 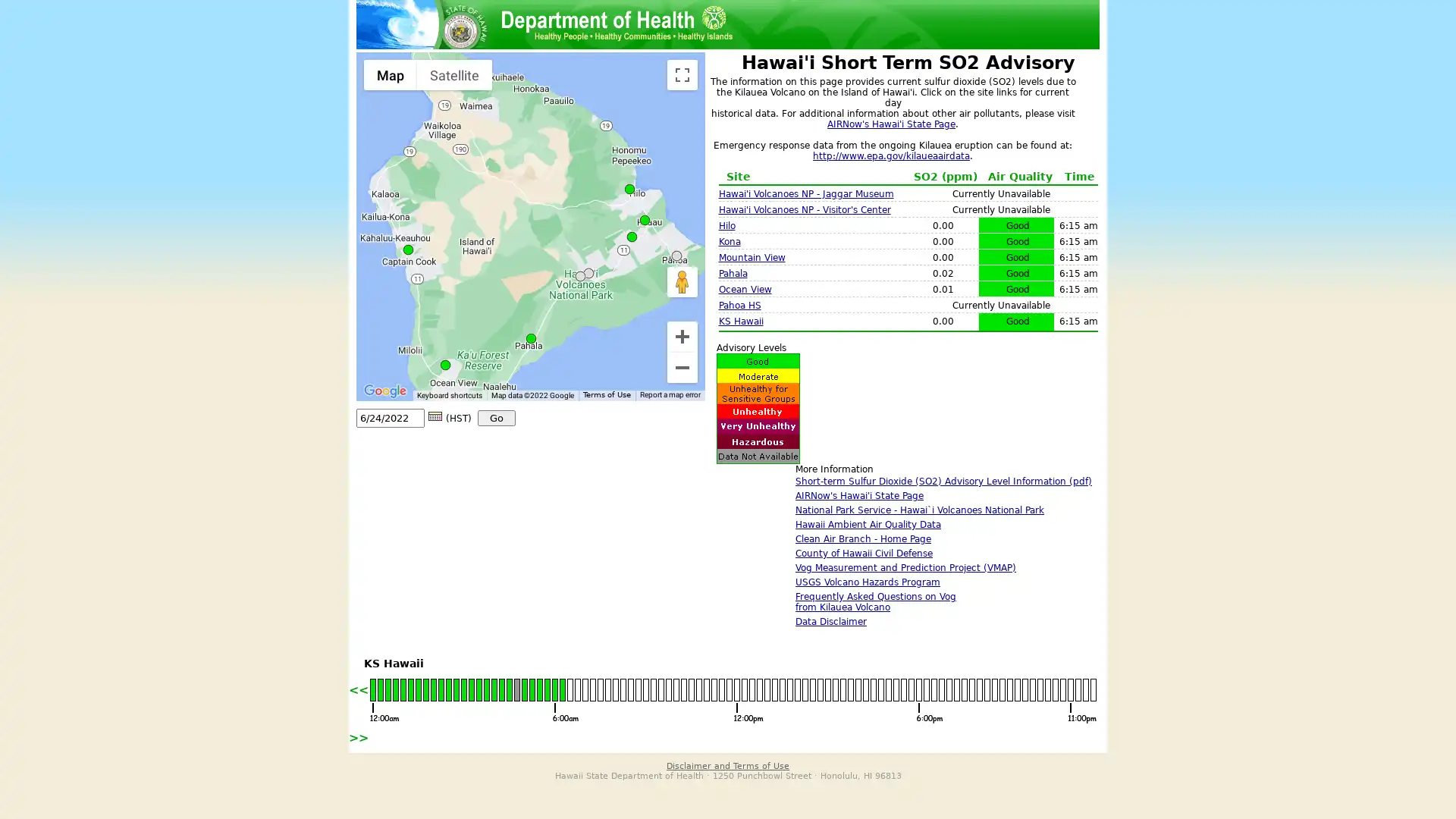 What do you see at coordinates (531, 337) in the screenshot?
I see `Pahala: SO2 0.02 ppm (Good) on 06/24 at 06:15 am` at bounding box center [531, 337].